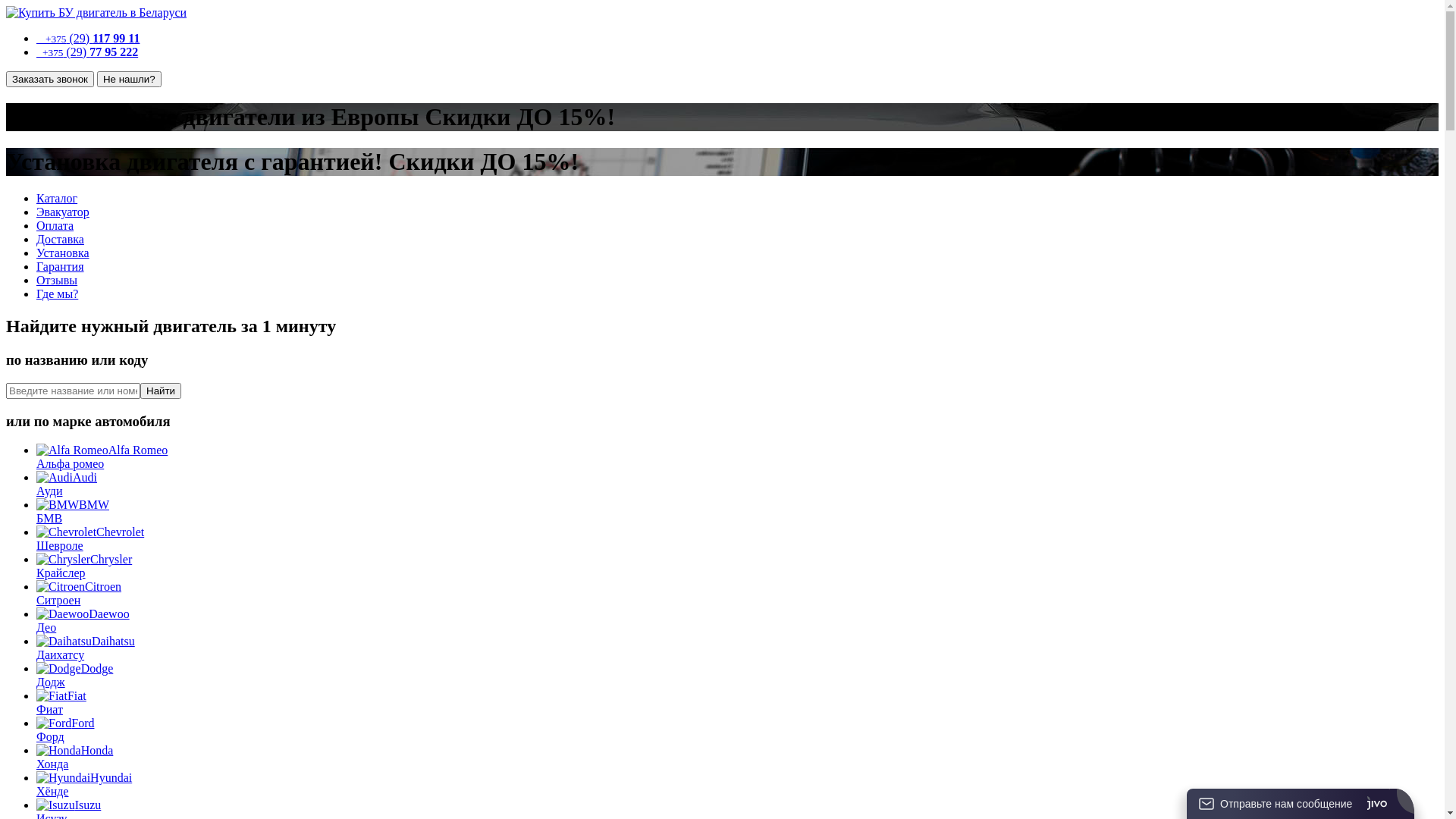 This screenshot has width=1456, height=819. What do you see at coordinates (86, 37) in the screenshot?
I see `'   +375 (29) 117 99 11'` at bounding box center [86, 37].